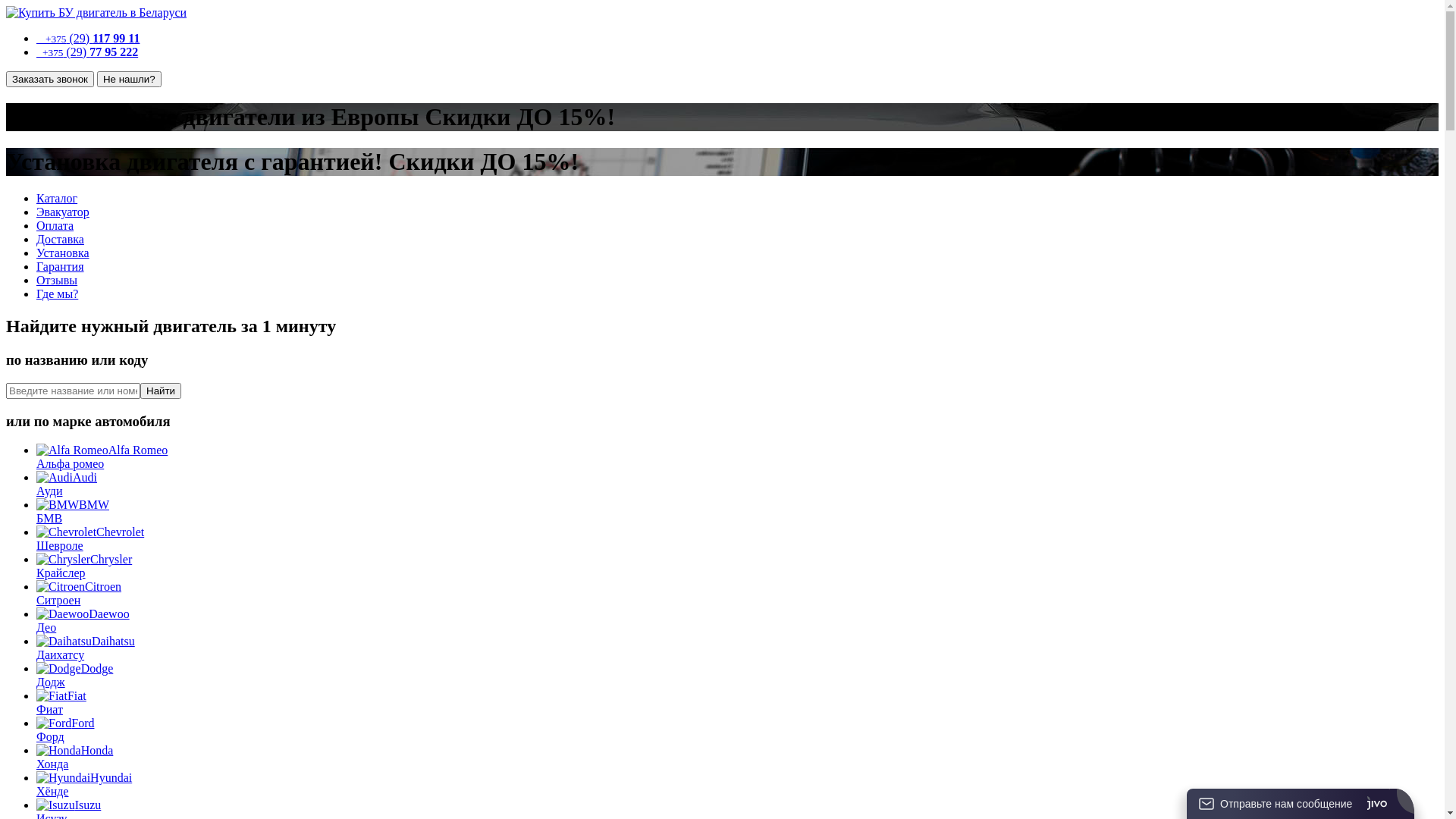 This screenshot has width=1456, height=819. What do you see at coordinates (86, 37) in the screenshot?
I see `'   +375 (29) 117 99 11'` at bounding box center [86, 37].